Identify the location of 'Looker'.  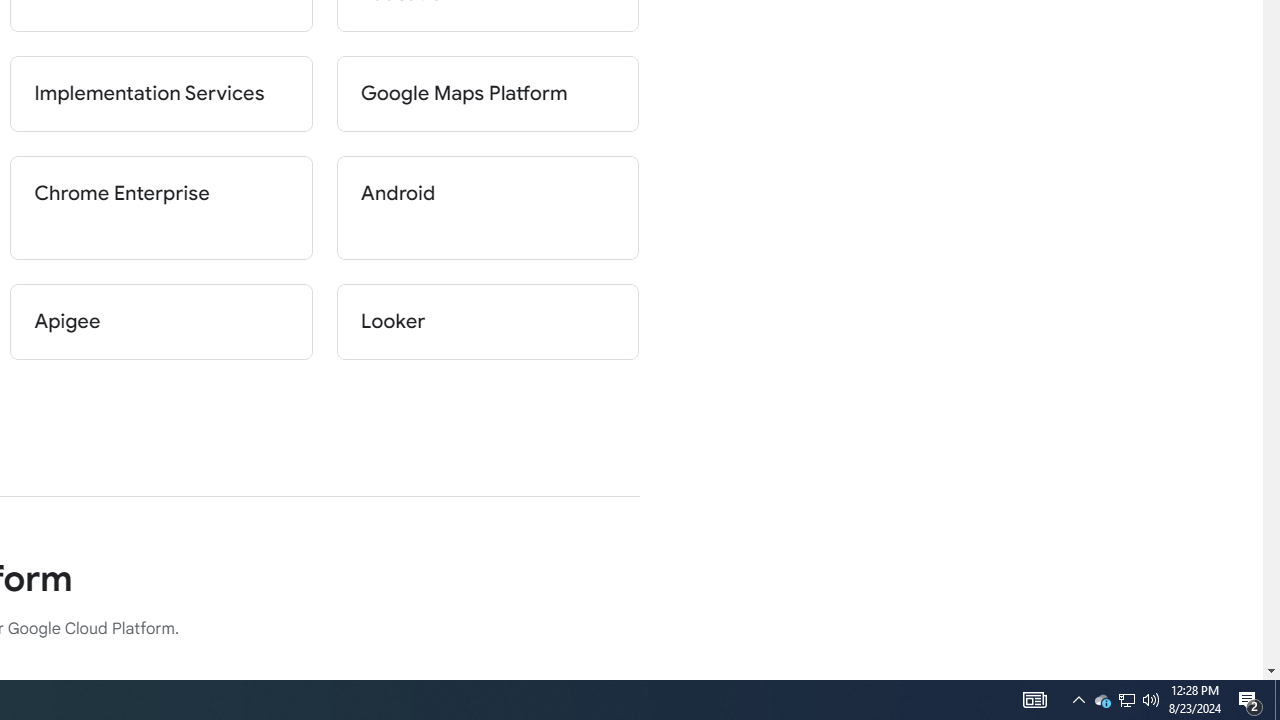
(487, 320).